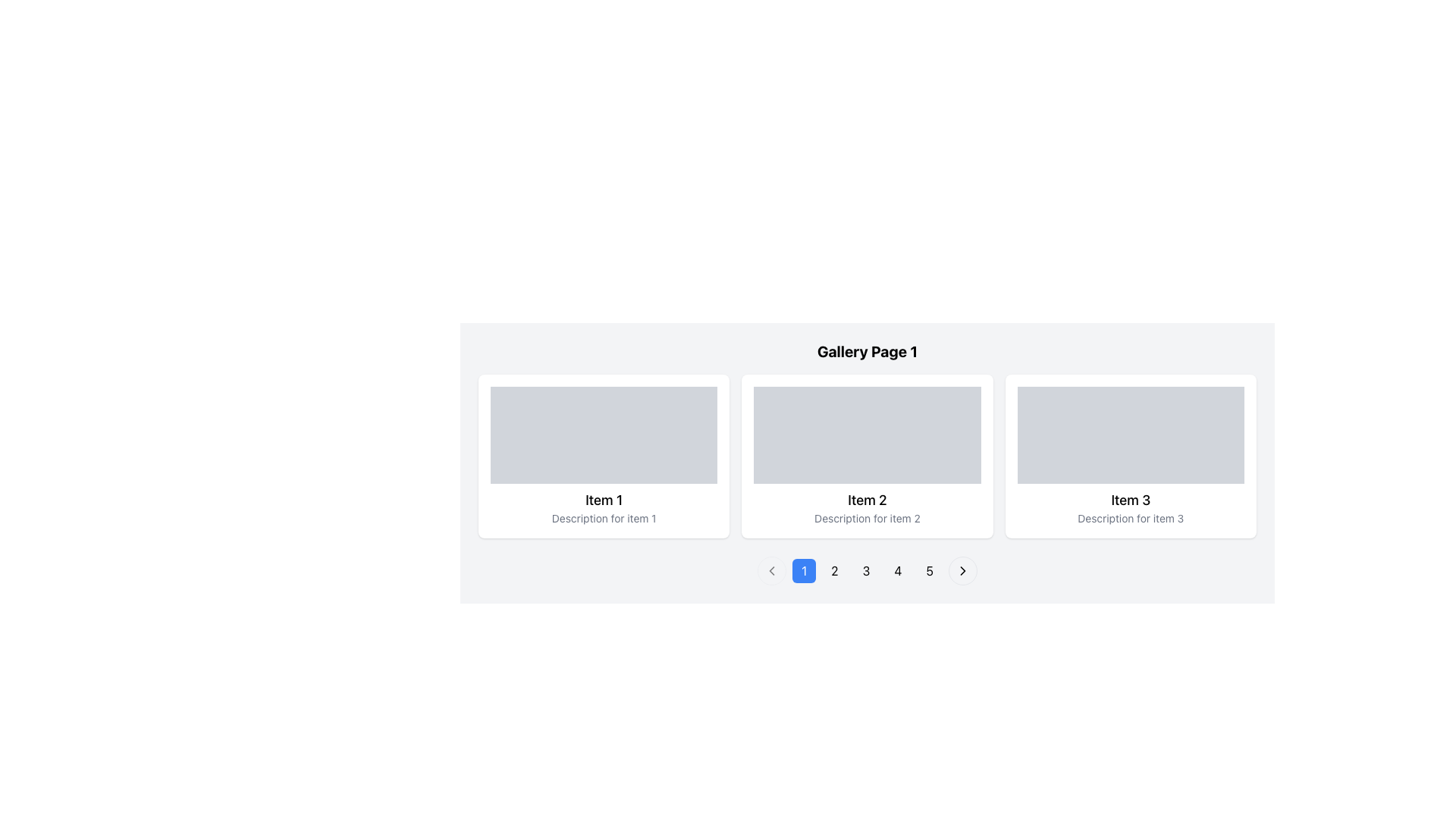 The image size is (1456, 819). I want to click on the button displaying the number '4', which is styled as a rounded rectangle and located among other numbered navigation buttons in a horizontal row, so click(898, 570).